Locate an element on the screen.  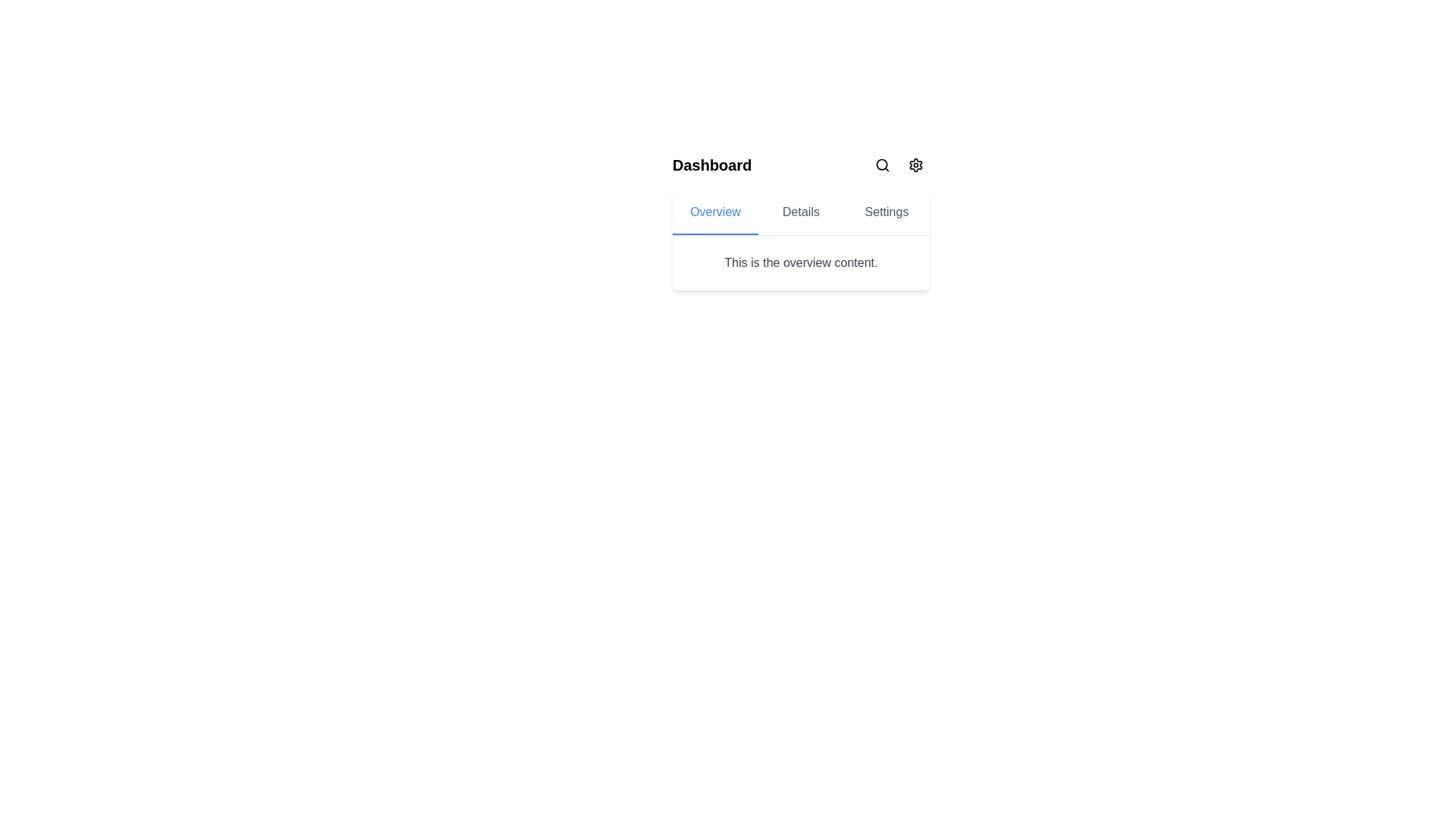
the Search icon located at the top-right section of the interface, near the title 'Dashboard' is located at coordinates (882, 165).